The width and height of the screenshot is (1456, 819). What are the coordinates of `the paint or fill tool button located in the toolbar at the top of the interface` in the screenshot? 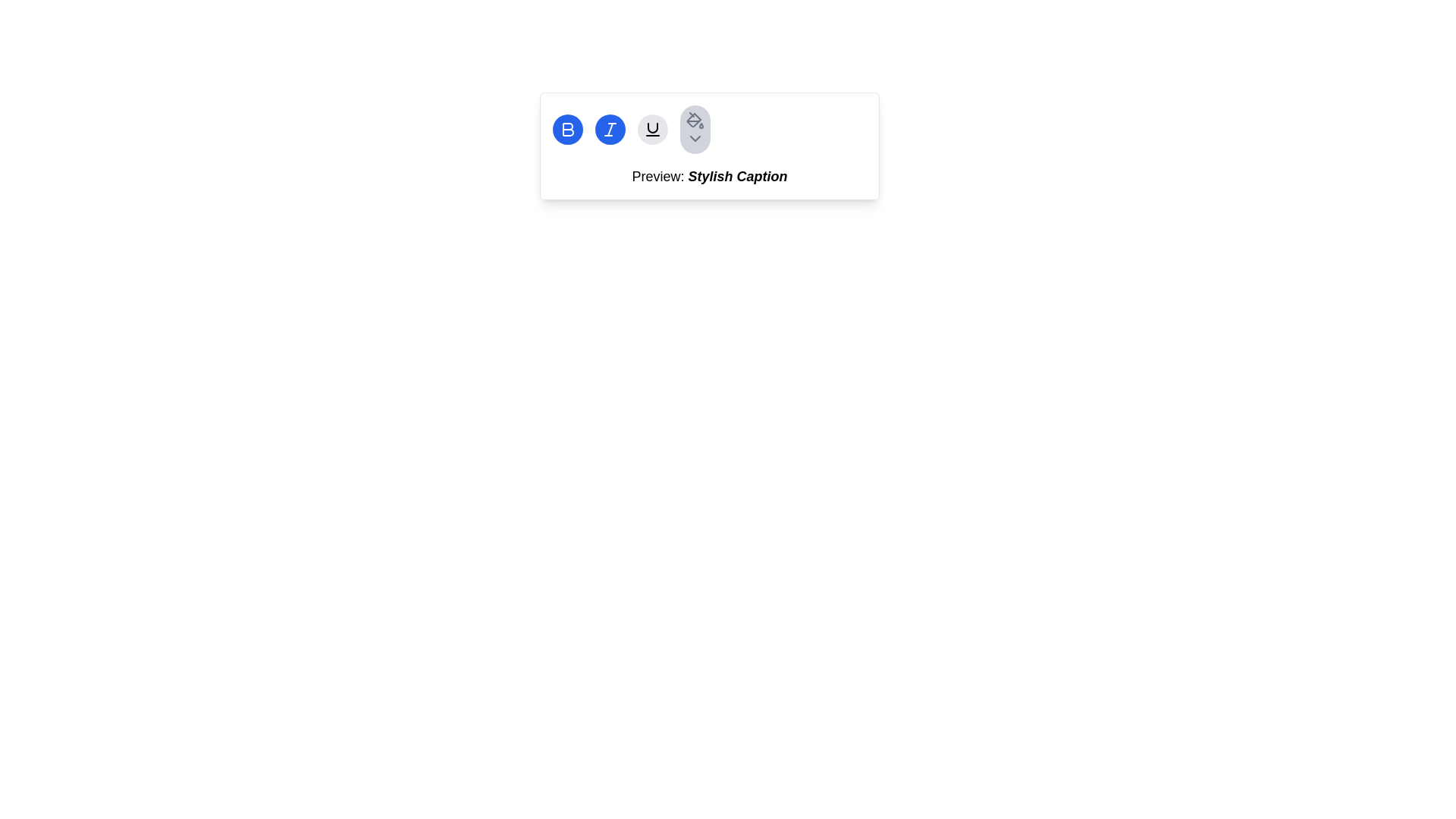 It's located at (694, 119).